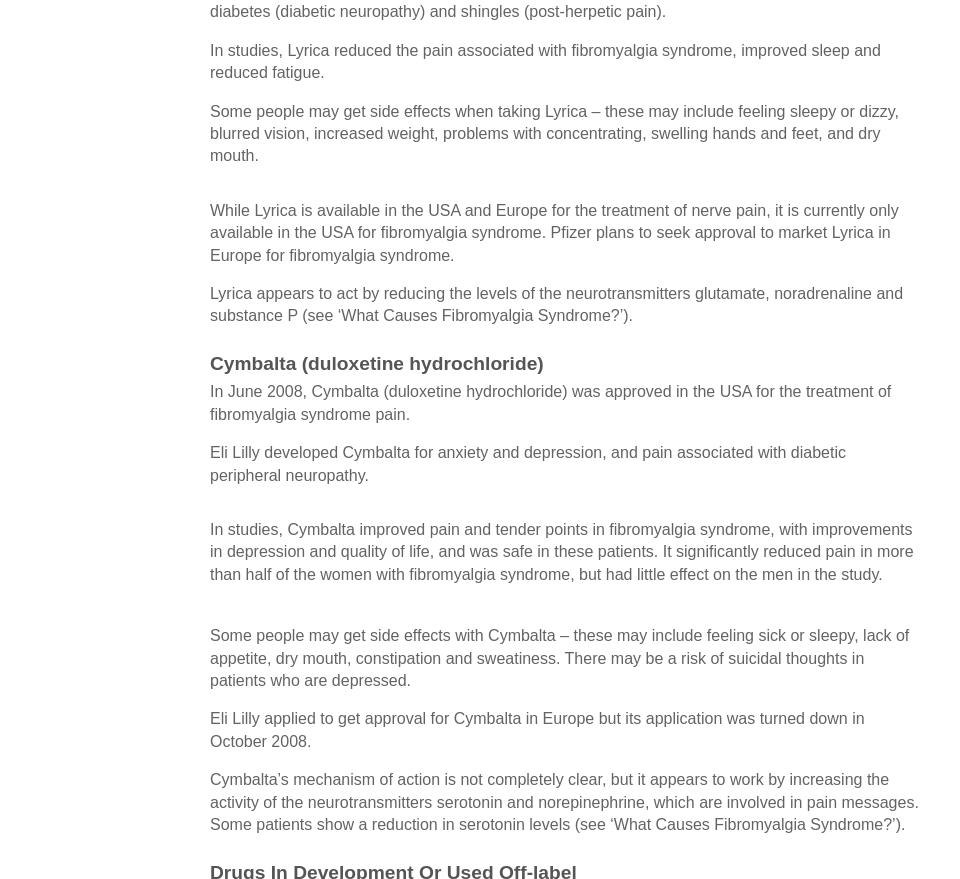 This screenshot has height=879, width=960. What do you see at coordinates (554, 231) in the screenshot?
I see `'While Lyrica is available in the USA and Europe for the treatment of nerve pain, it is currently only available in the USA for fibromyalgia syndrome. Pfizer plans to seek approval to market Lyrica in Europe for fibromyalgia syndrome.'` at bounding box center [554, 231].